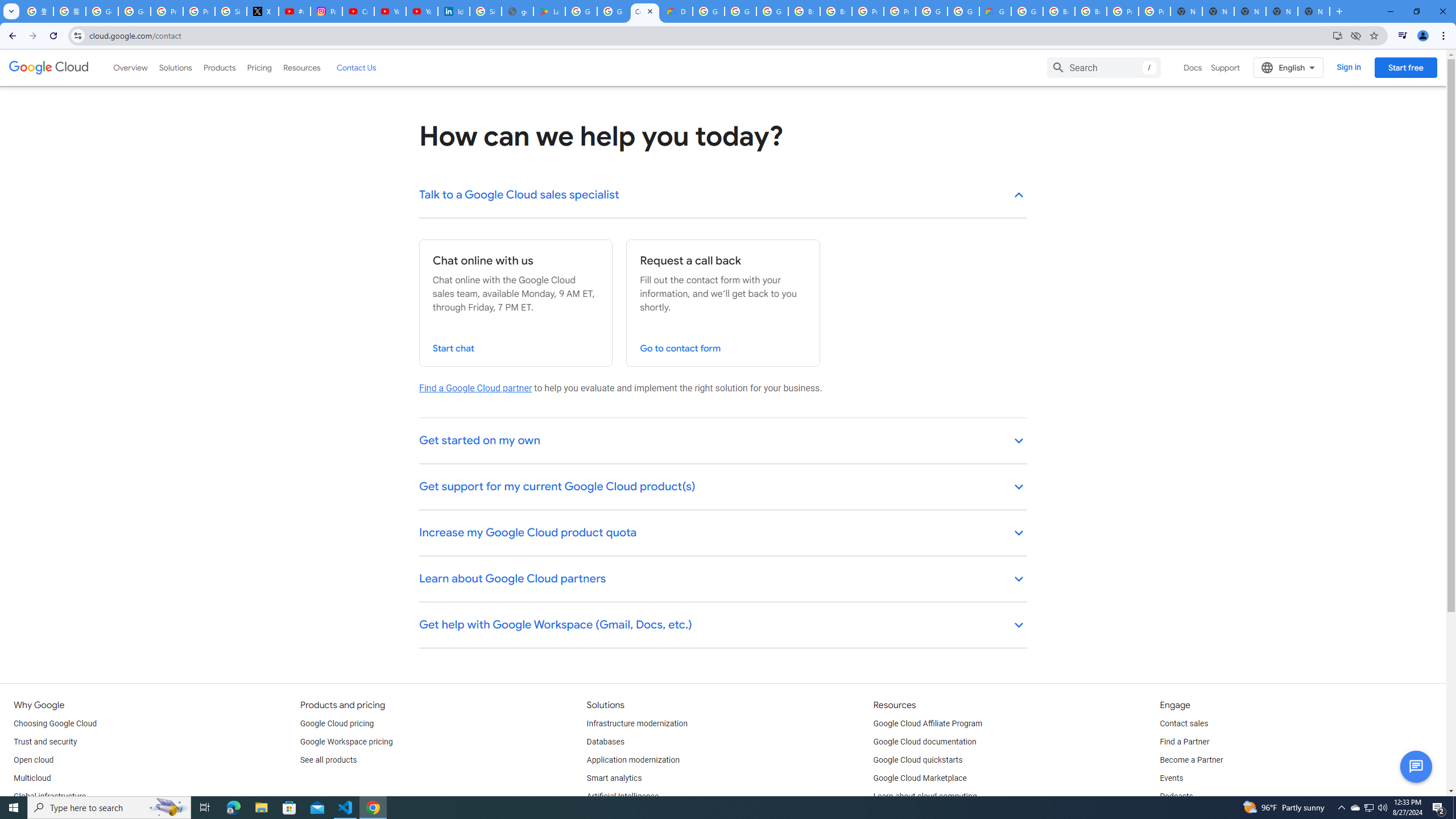  Describe the element at coordinates (44, 741) in the screenshot. I see `'Trust and security'` at that location.